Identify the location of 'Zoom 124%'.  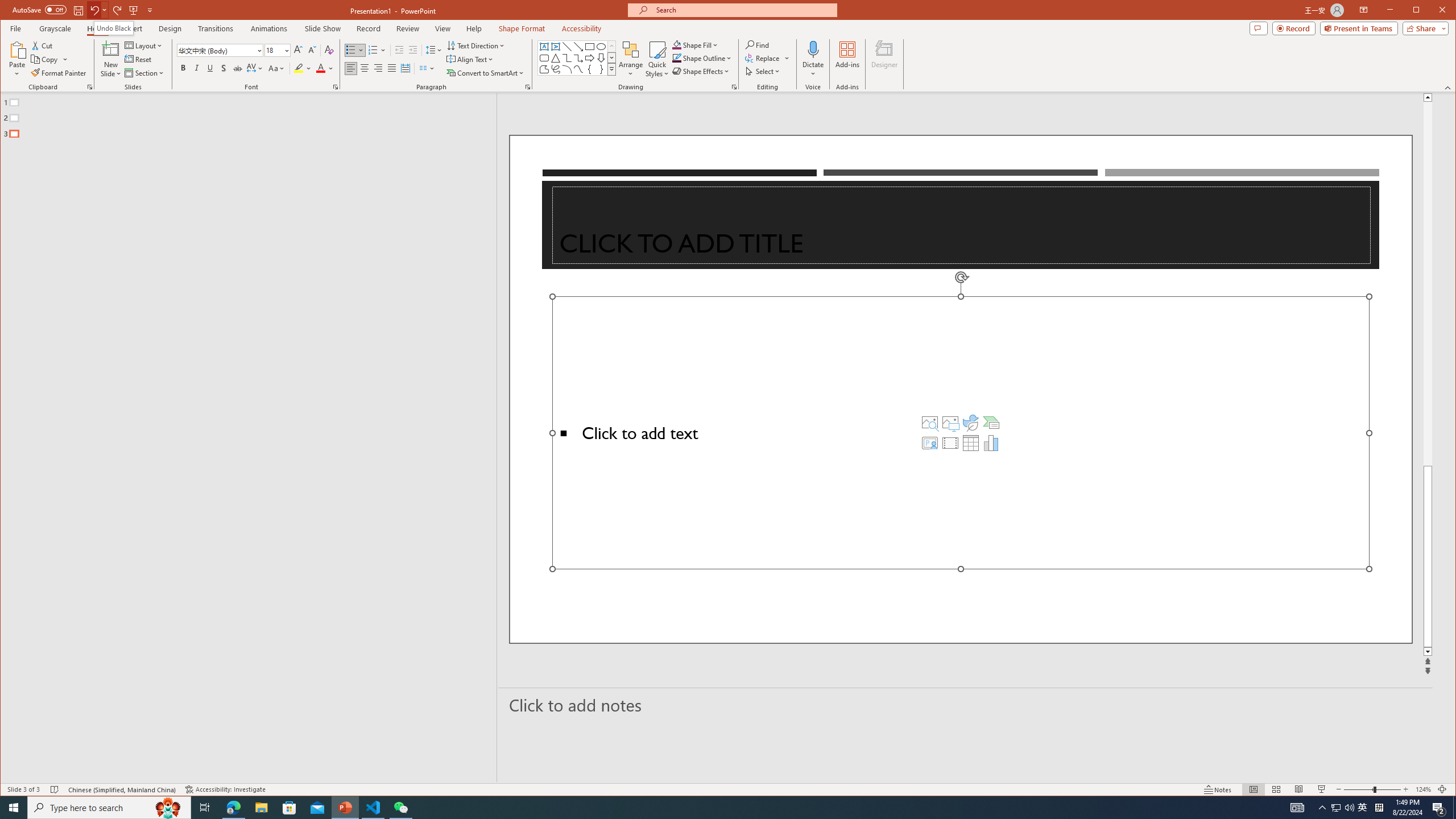
(1423, 789).